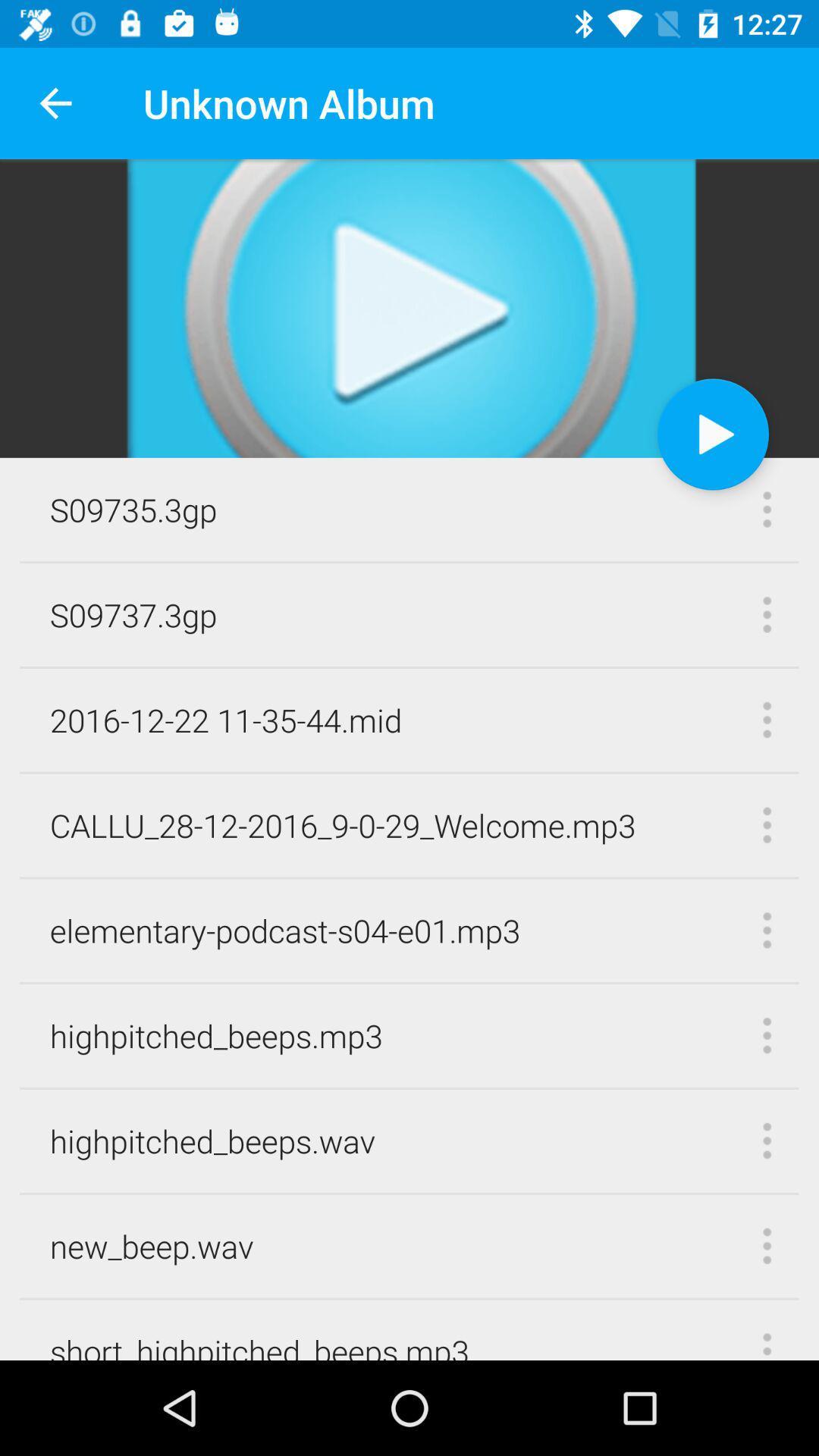  What do you see at coordinates (343, 824) in the screenshot?
I see `the callu_28 12 2016_9 icon` at bounding box center [343, 824].